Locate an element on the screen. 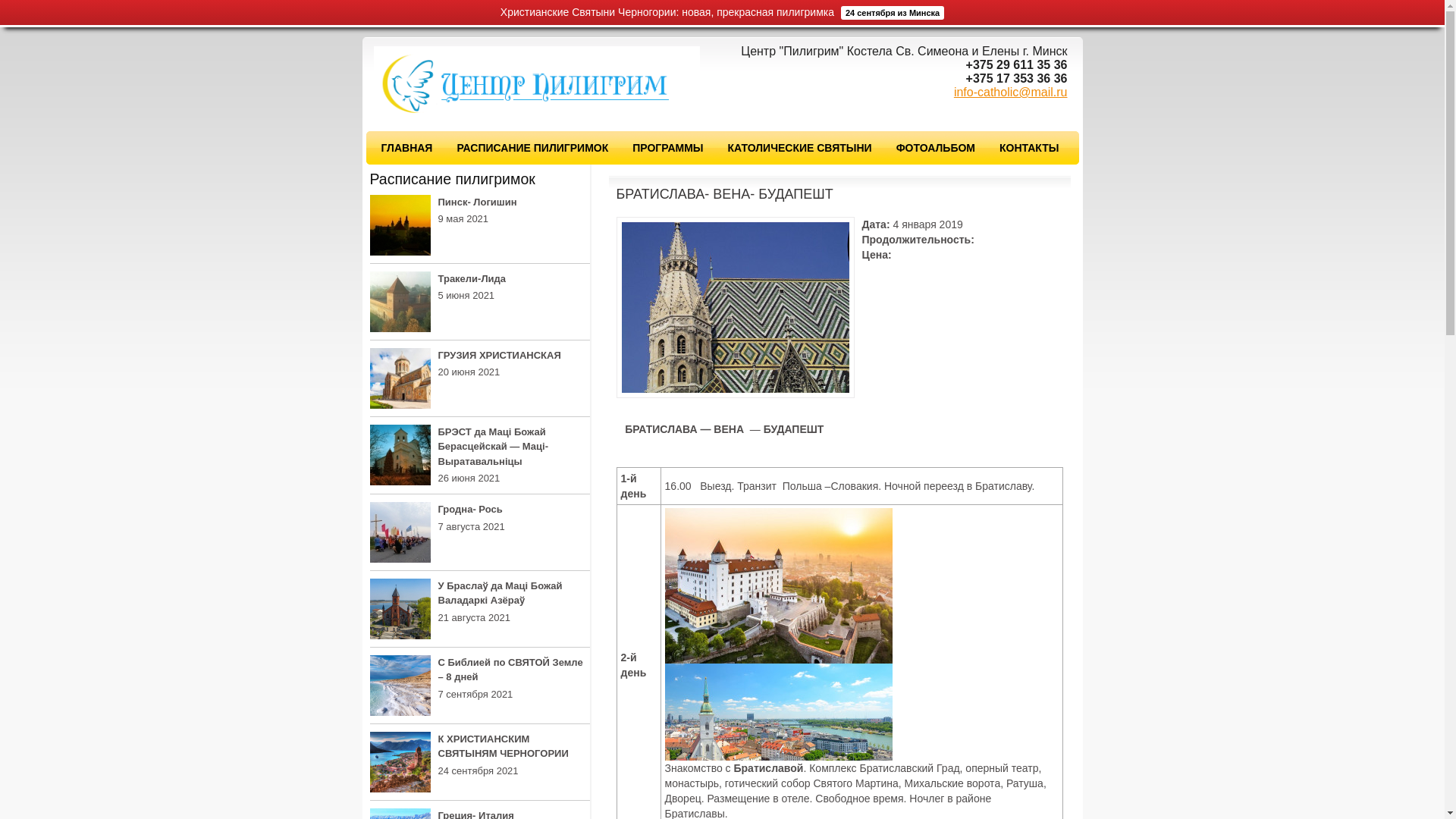 This screenshot has width=1456, height=819. 'info-catholic@mail.ru' is located at coordinates (952, 92).